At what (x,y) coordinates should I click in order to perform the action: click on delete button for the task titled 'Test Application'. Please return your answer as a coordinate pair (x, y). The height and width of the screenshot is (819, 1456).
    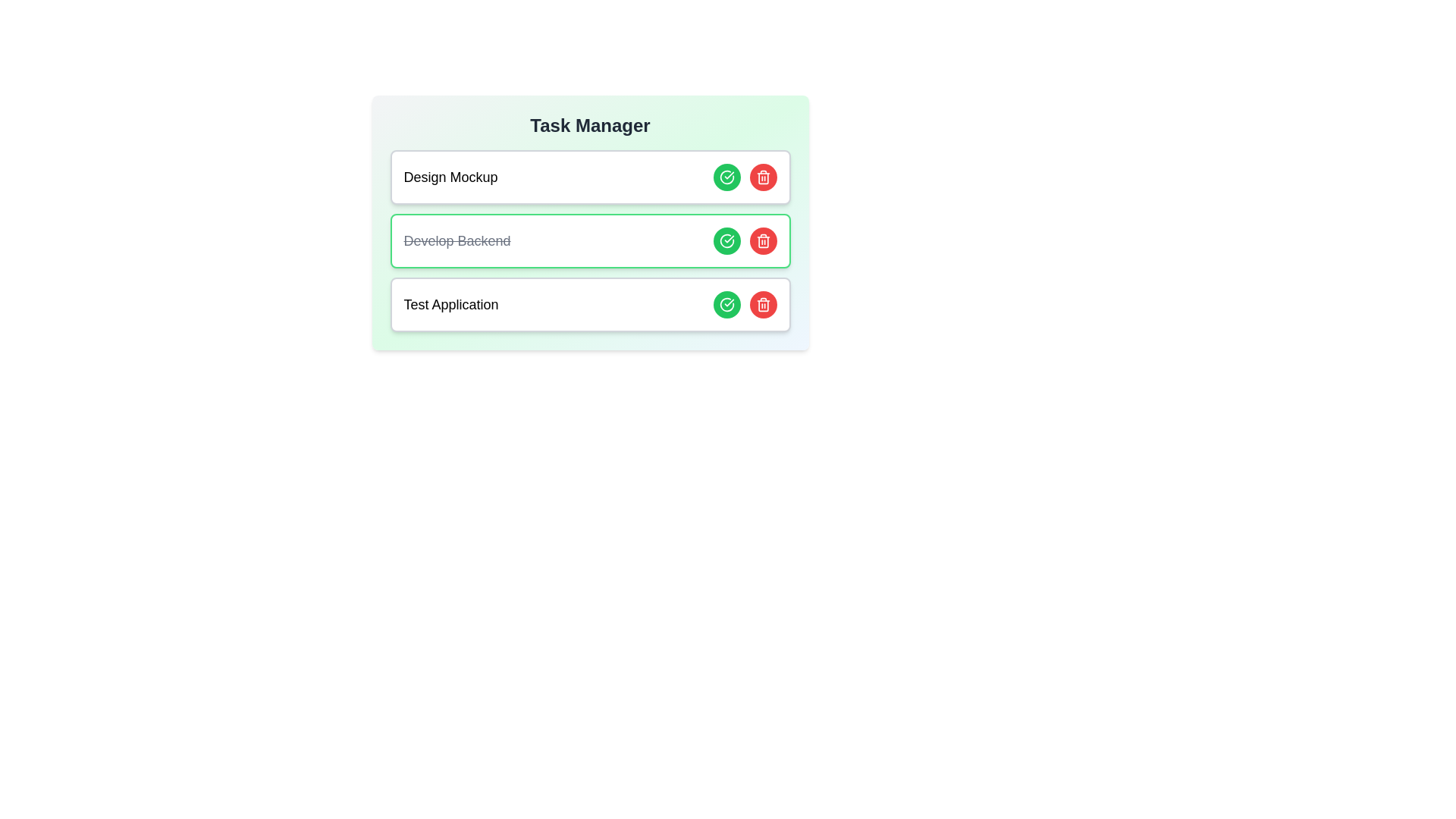
    Looking at the image, I should click on (763, 304).